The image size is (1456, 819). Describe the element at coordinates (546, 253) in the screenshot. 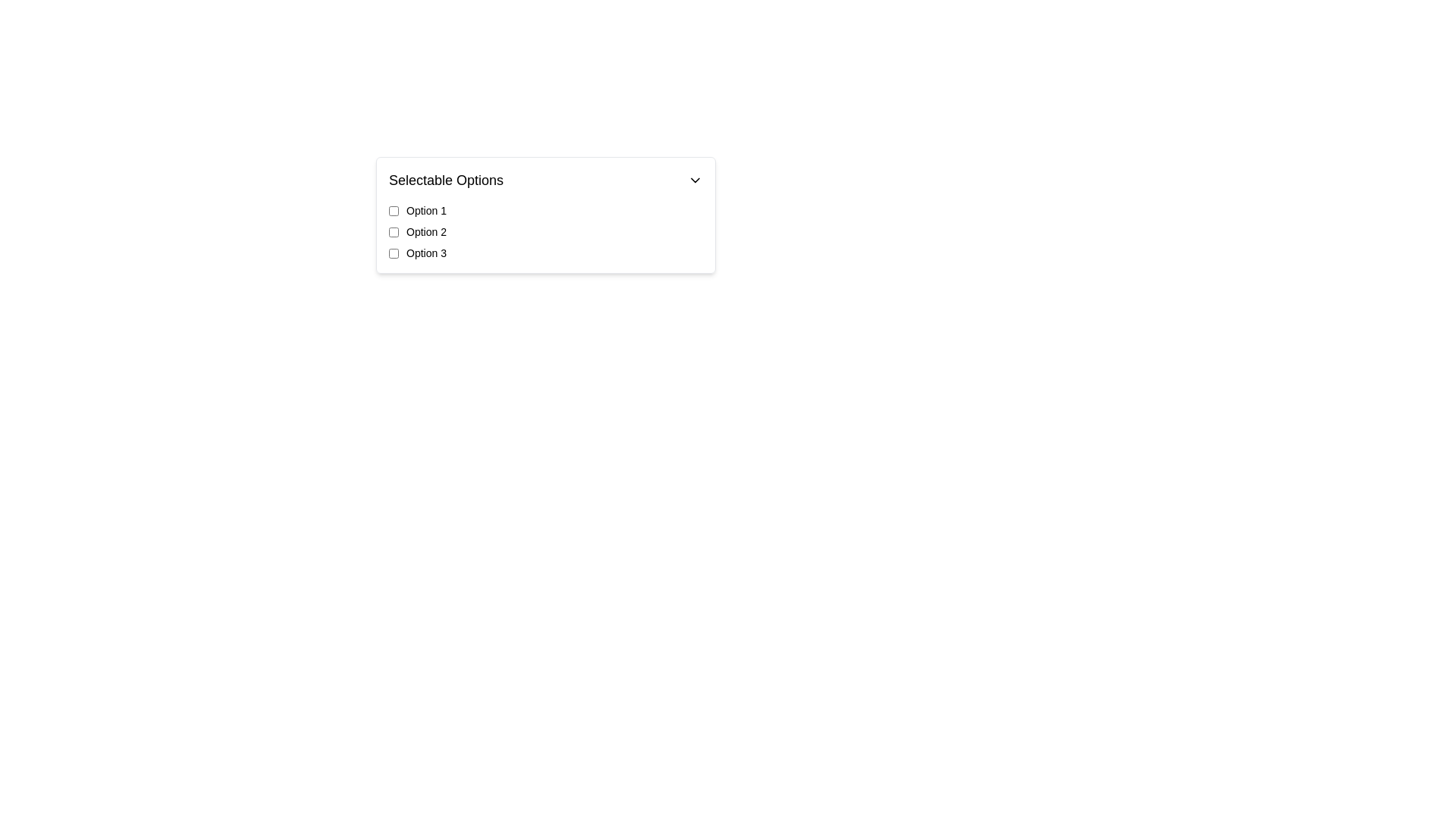

I see `the checkbox labeled 'Option 3'` at that location.